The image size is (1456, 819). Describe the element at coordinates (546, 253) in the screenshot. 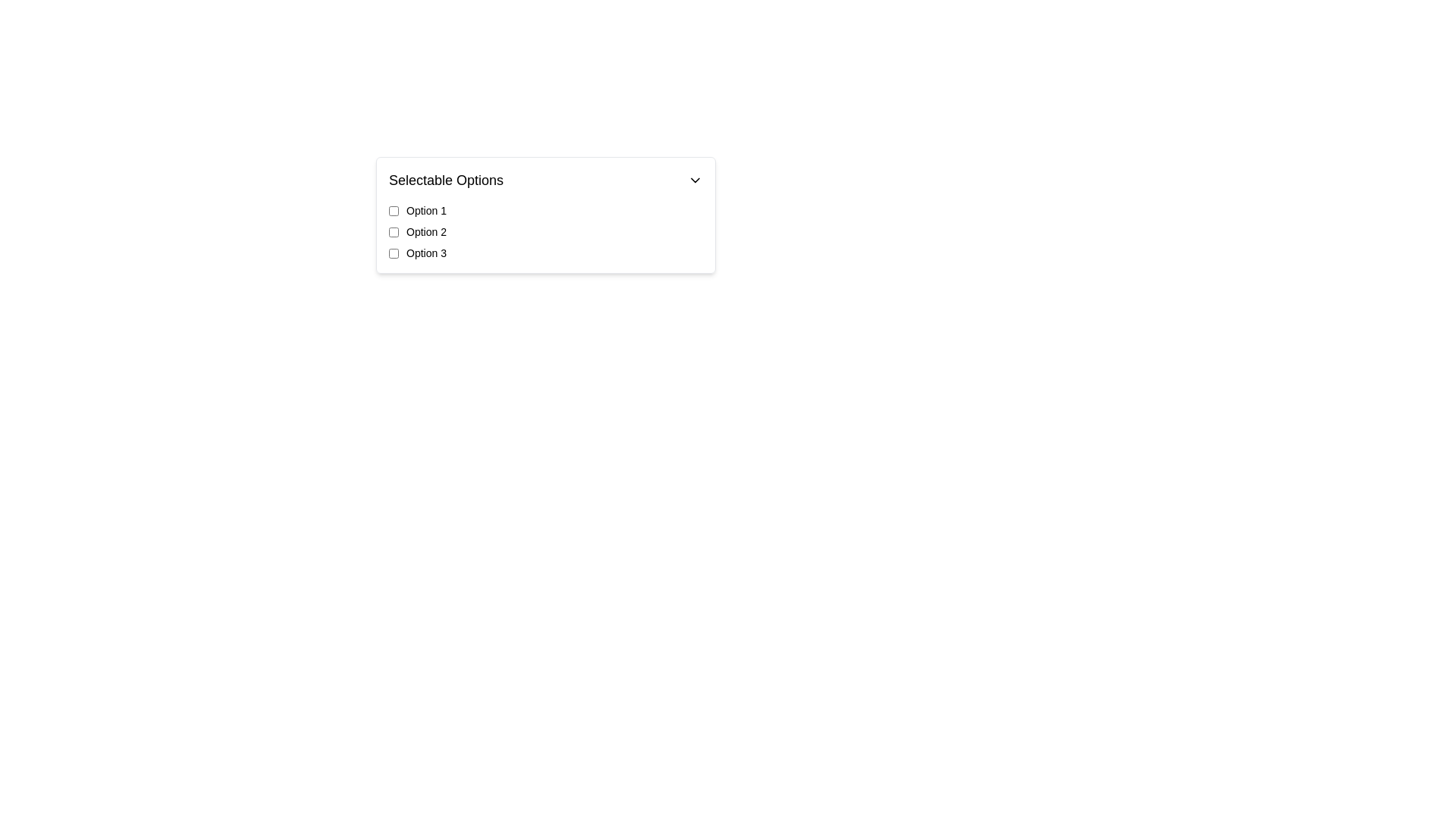

I see `the checkbox labeled 'Option 3'` at that location.